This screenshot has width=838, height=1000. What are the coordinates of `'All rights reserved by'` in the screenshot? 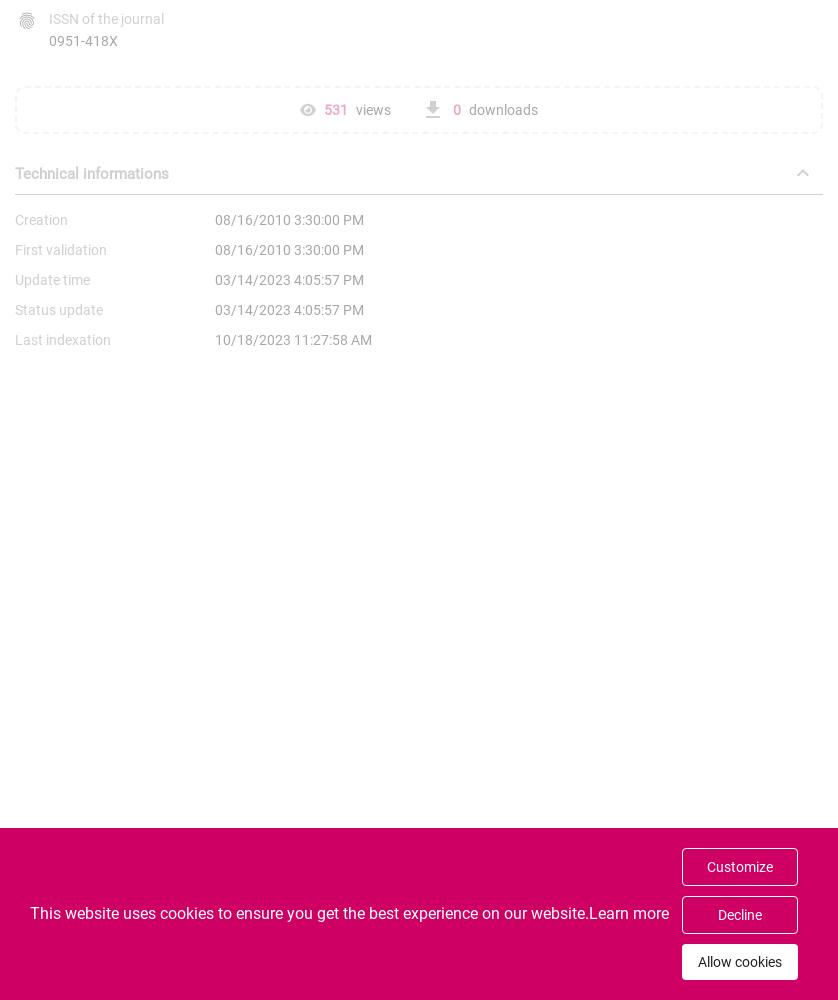 It's located at (292, 977).